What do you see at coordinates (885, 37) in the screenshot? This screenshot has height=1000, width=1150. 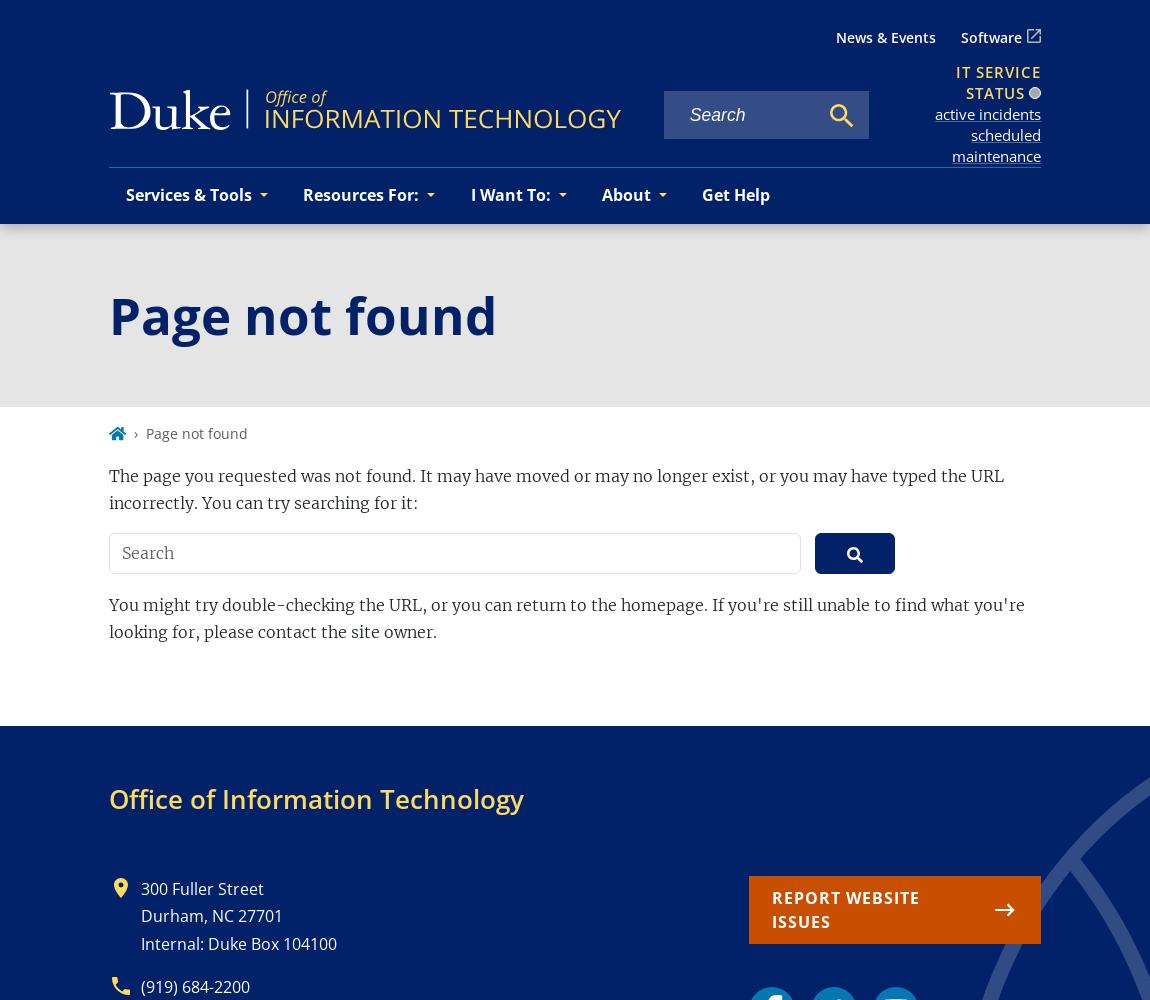 I see `'News & Events'` at bounding box center [885, 37].